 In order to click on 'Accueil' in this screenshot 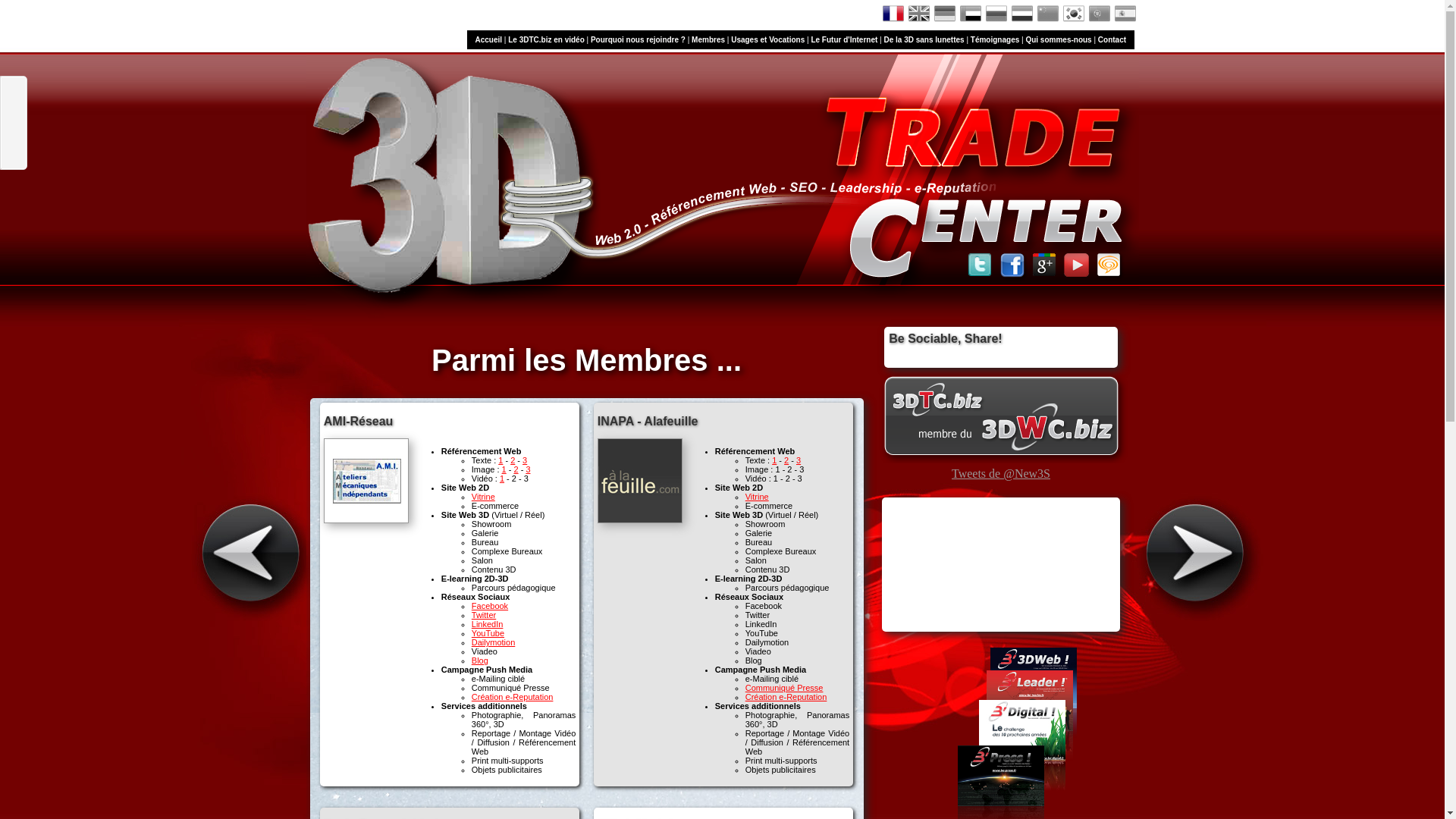, I will do `click(488, 39)`.